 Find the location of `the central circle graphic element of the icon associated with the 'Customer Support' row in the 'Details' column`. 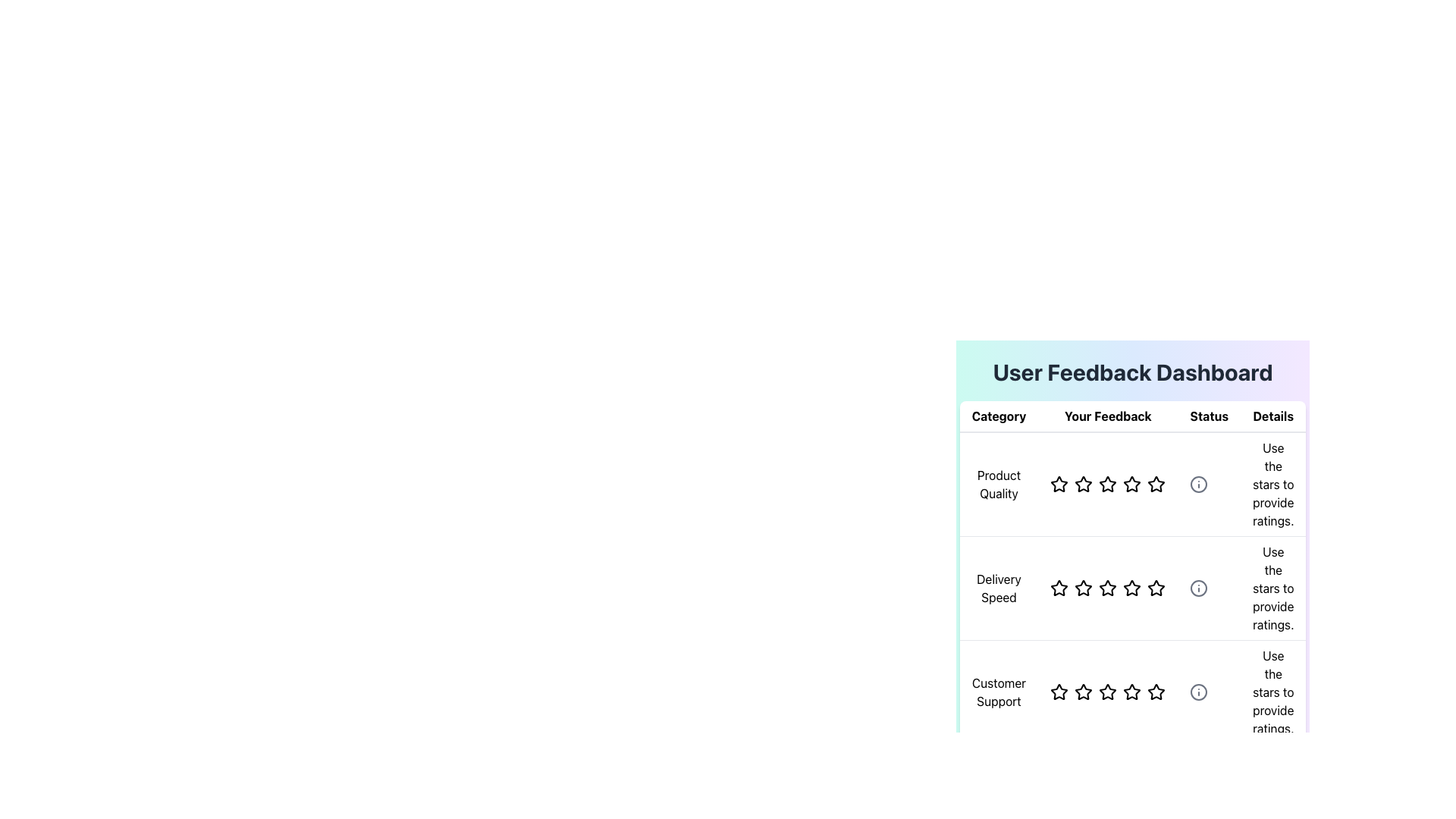

the central circle graphic element of the icon associated with the 'Customer Support' row in the 'Details' column is located at coordinates (1198, 692).